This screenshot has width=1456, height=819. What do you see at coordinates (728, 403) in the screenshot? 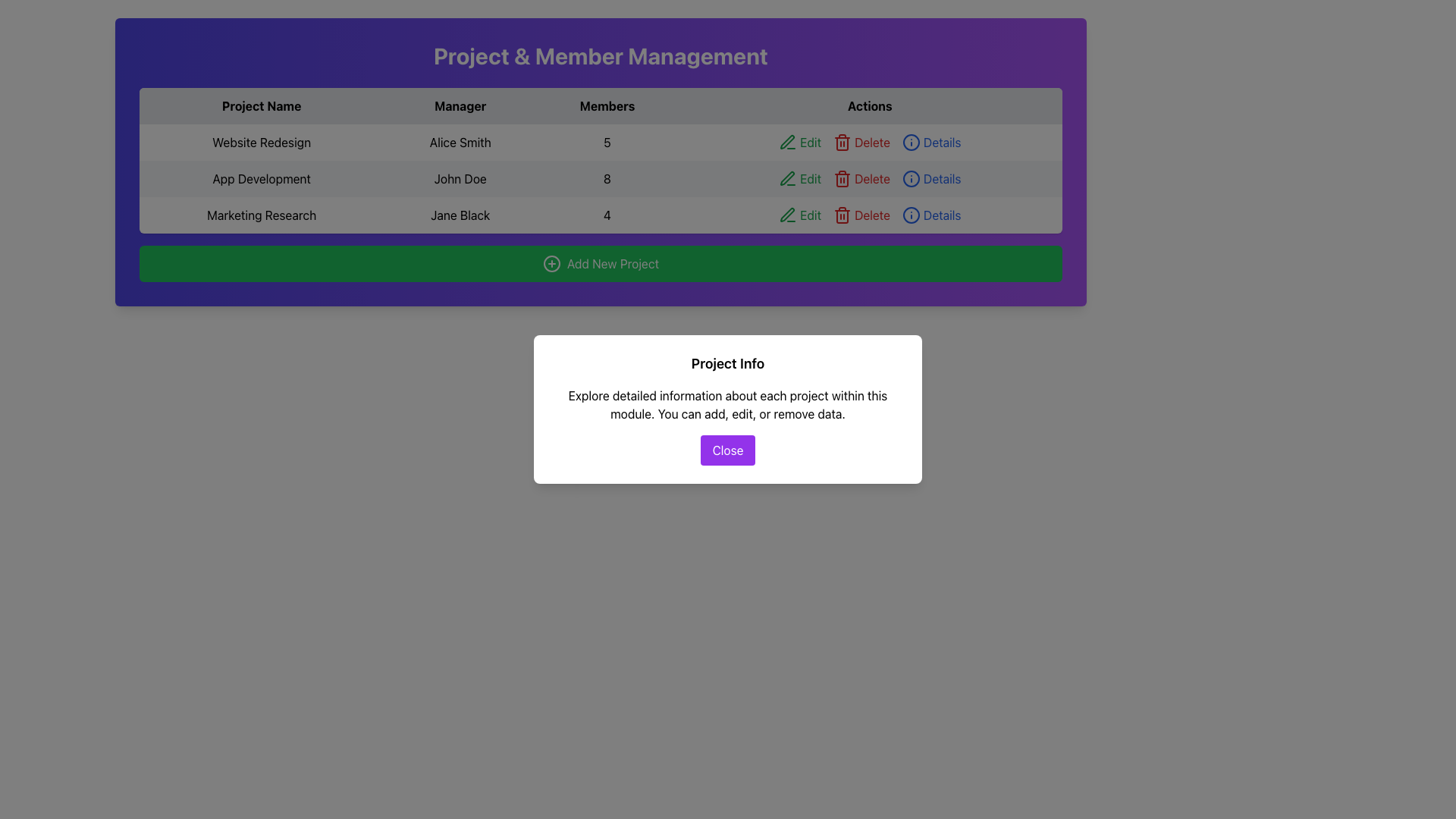
I see `the static text block that reads 'Explore detailed information about each project within this module. You can add, edit, or remove data.' located within the central section of the modal dialog box` at bounding box center [728, 403].